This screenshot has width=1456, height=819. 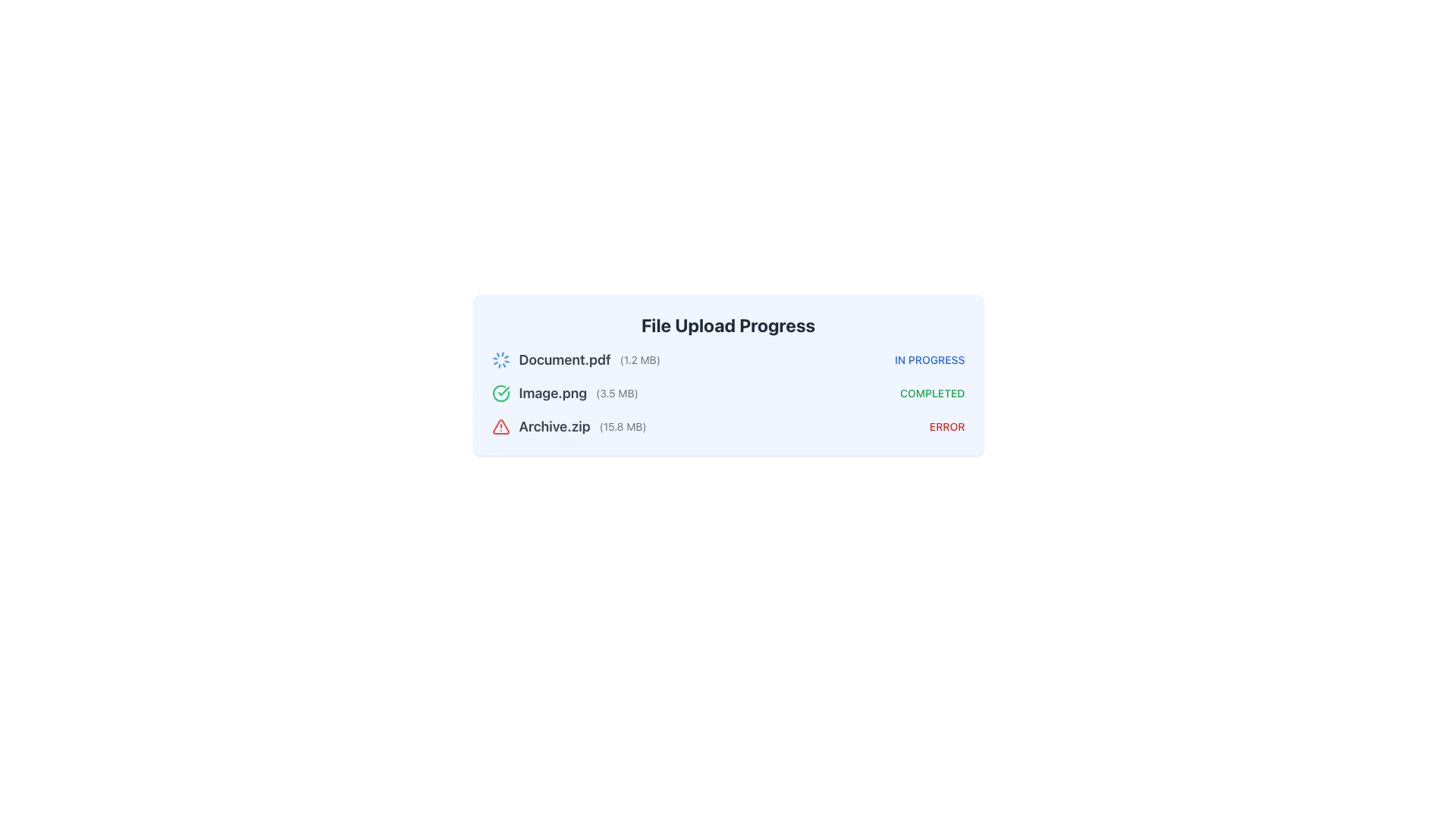 What do you see at coordinates (500, 359) in the screenshot?
I see `the Loader/Progress Animation Icon, a spinner composed of light blue lines indicating file upload activity, located to the left of 'Document.pdf (1.2 MB)'` at bounding box center [500, 359].